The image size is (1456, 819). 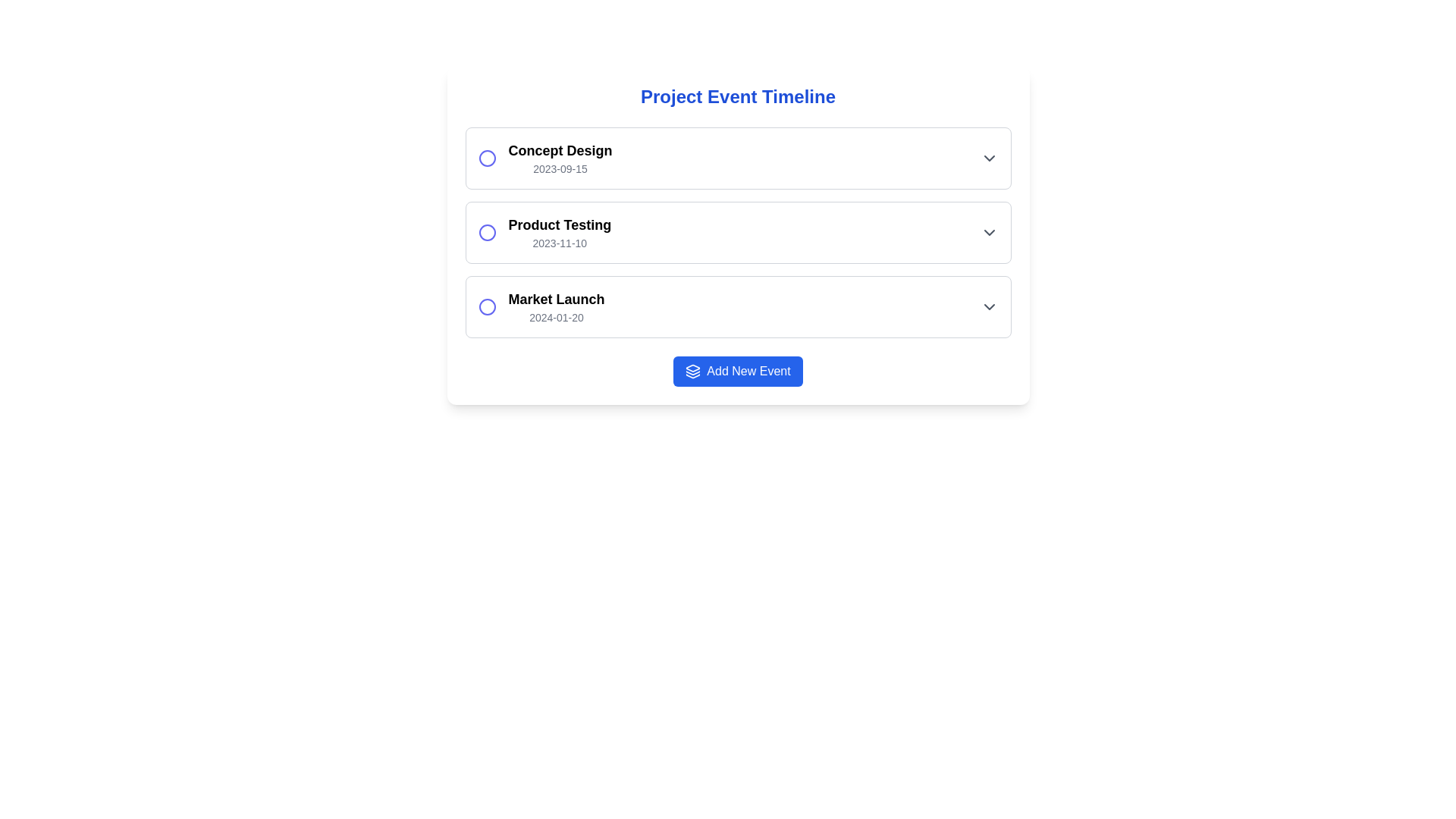 I want to click on the first Event card, so click(x=545, y=158).